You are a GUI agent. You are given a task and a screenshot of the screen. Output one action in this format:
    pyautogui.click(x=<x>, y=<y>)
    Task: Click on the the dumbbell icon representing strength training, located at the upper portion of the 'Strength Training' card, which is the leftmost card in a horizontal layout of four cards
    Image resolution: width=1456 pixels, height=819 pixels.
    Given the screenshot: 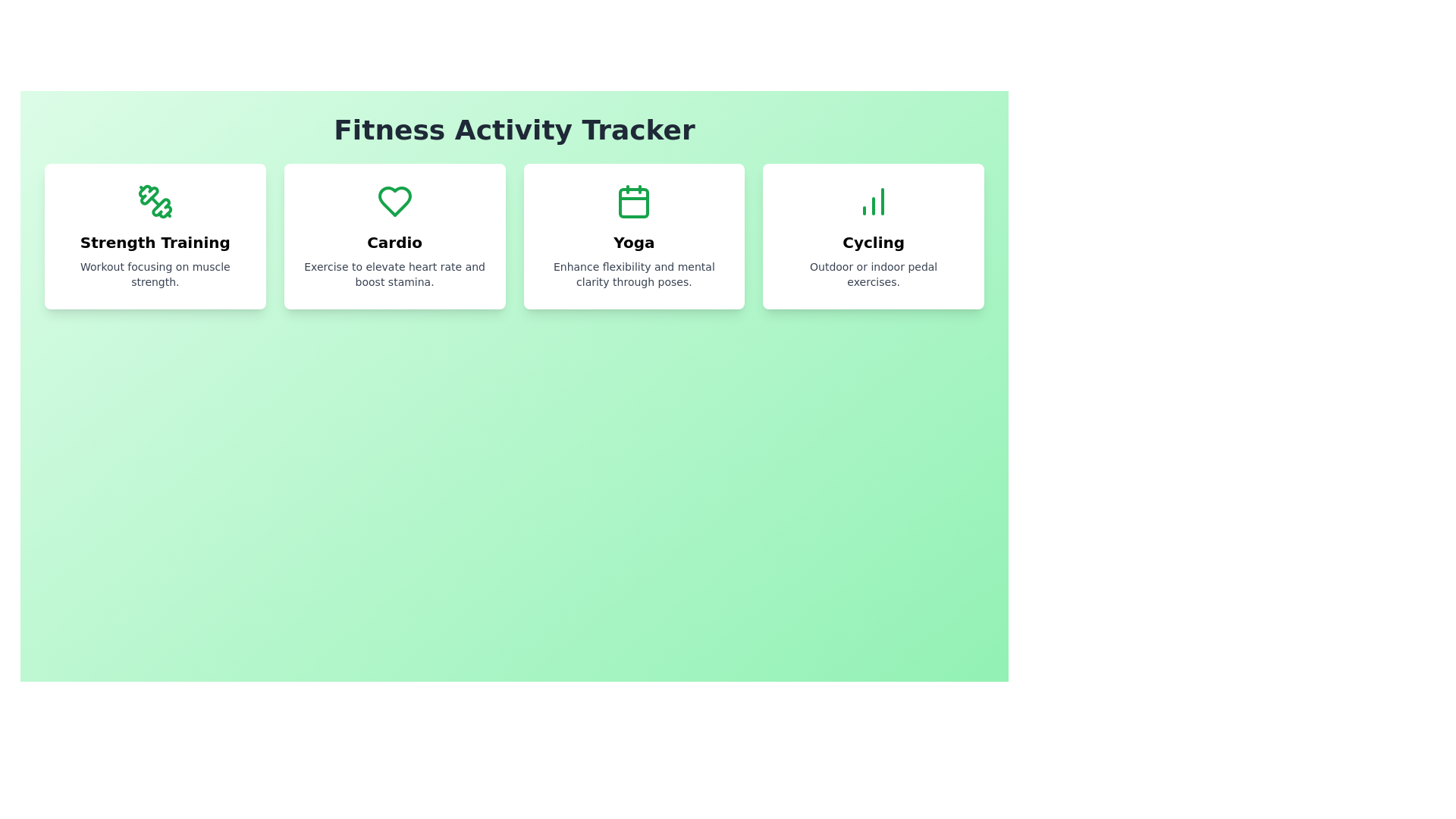 What is the action you would take?
    pyautogui.click(x=155, y=201)
    